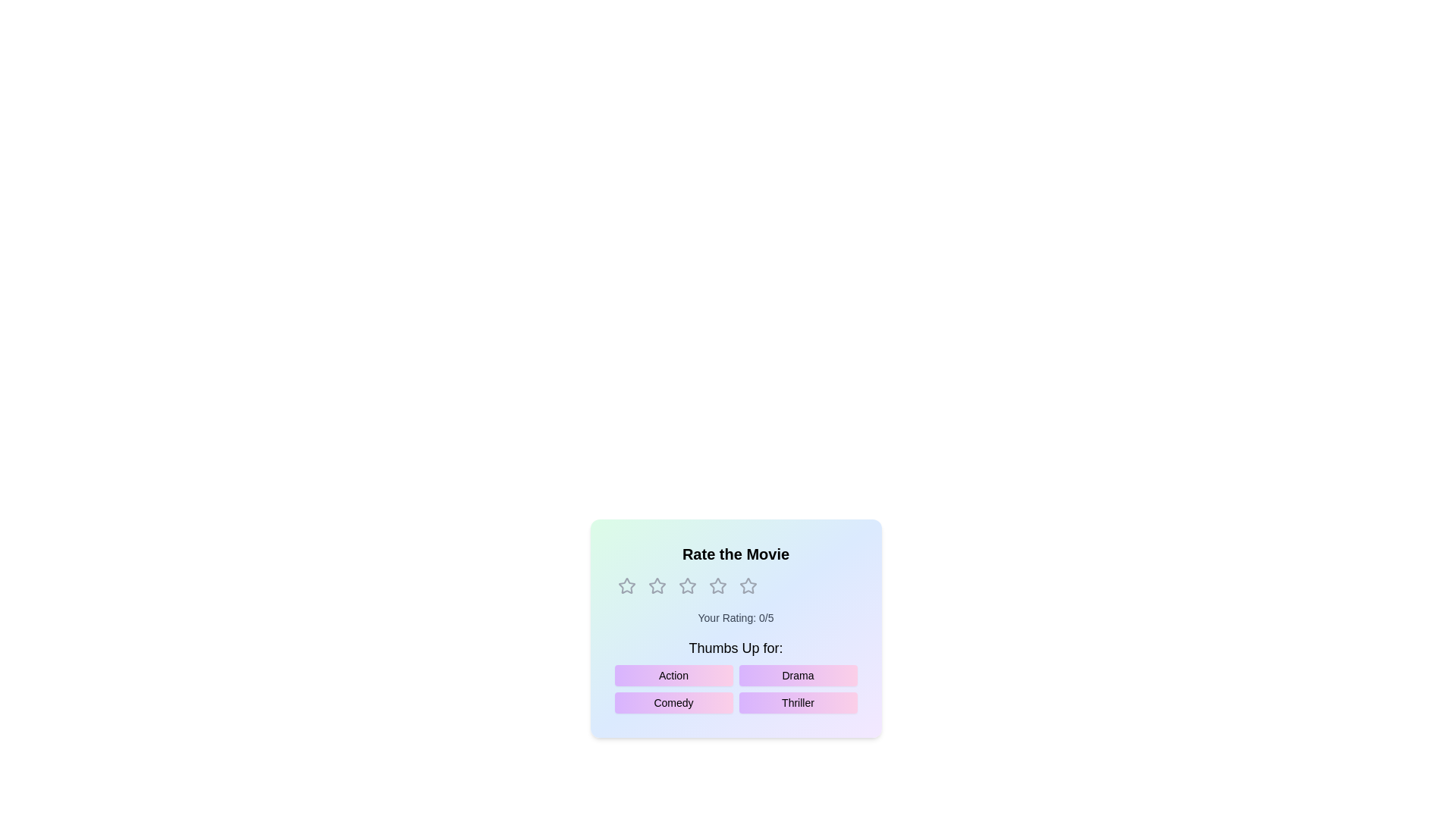 The width and height of the screenshot is (1456, 819). I want to click on the Drama button, so click(797, 675).